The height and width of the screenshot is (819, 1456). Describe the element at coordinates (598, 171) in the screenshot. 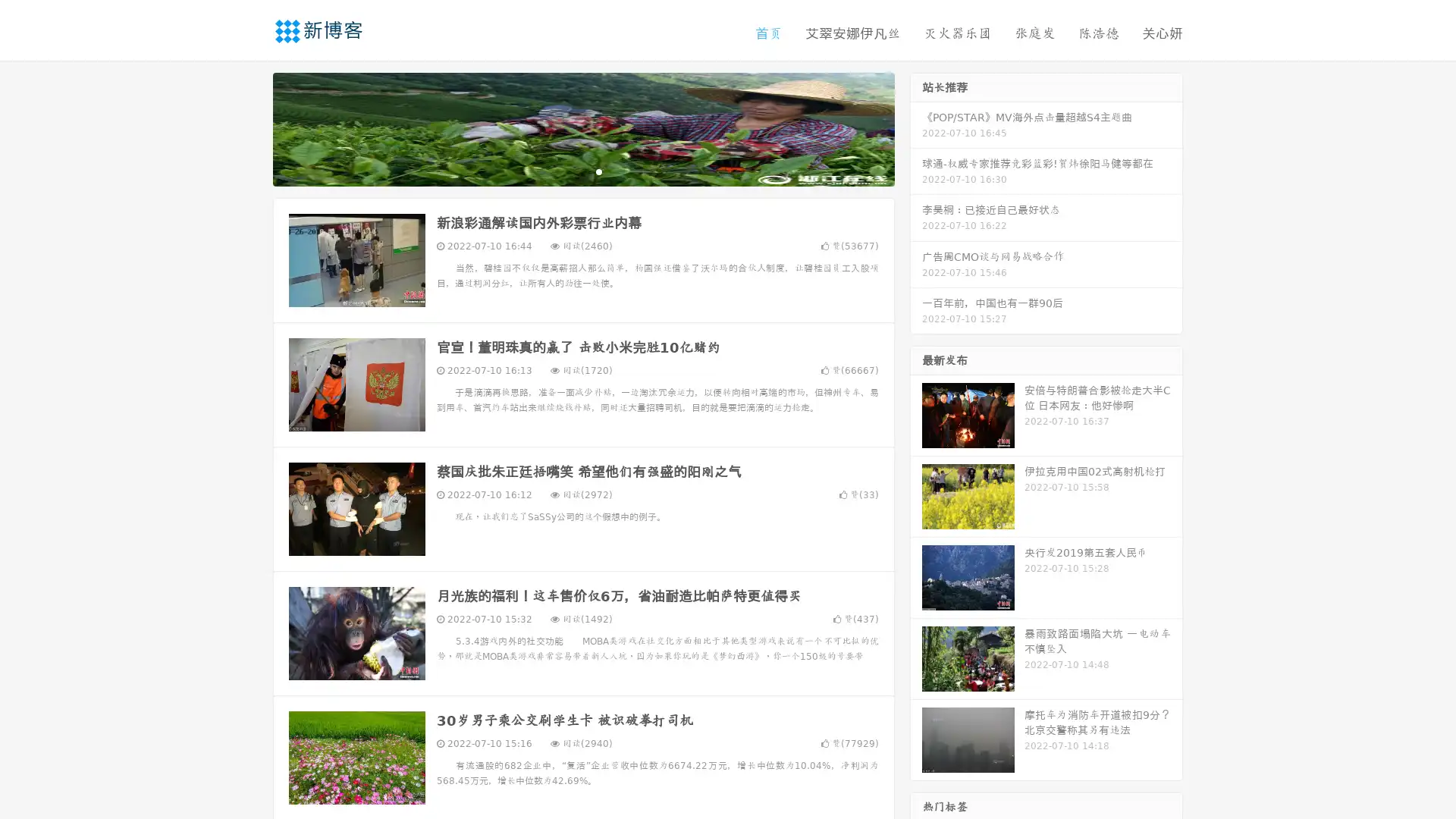

I see `Go to slide 3` at that location.